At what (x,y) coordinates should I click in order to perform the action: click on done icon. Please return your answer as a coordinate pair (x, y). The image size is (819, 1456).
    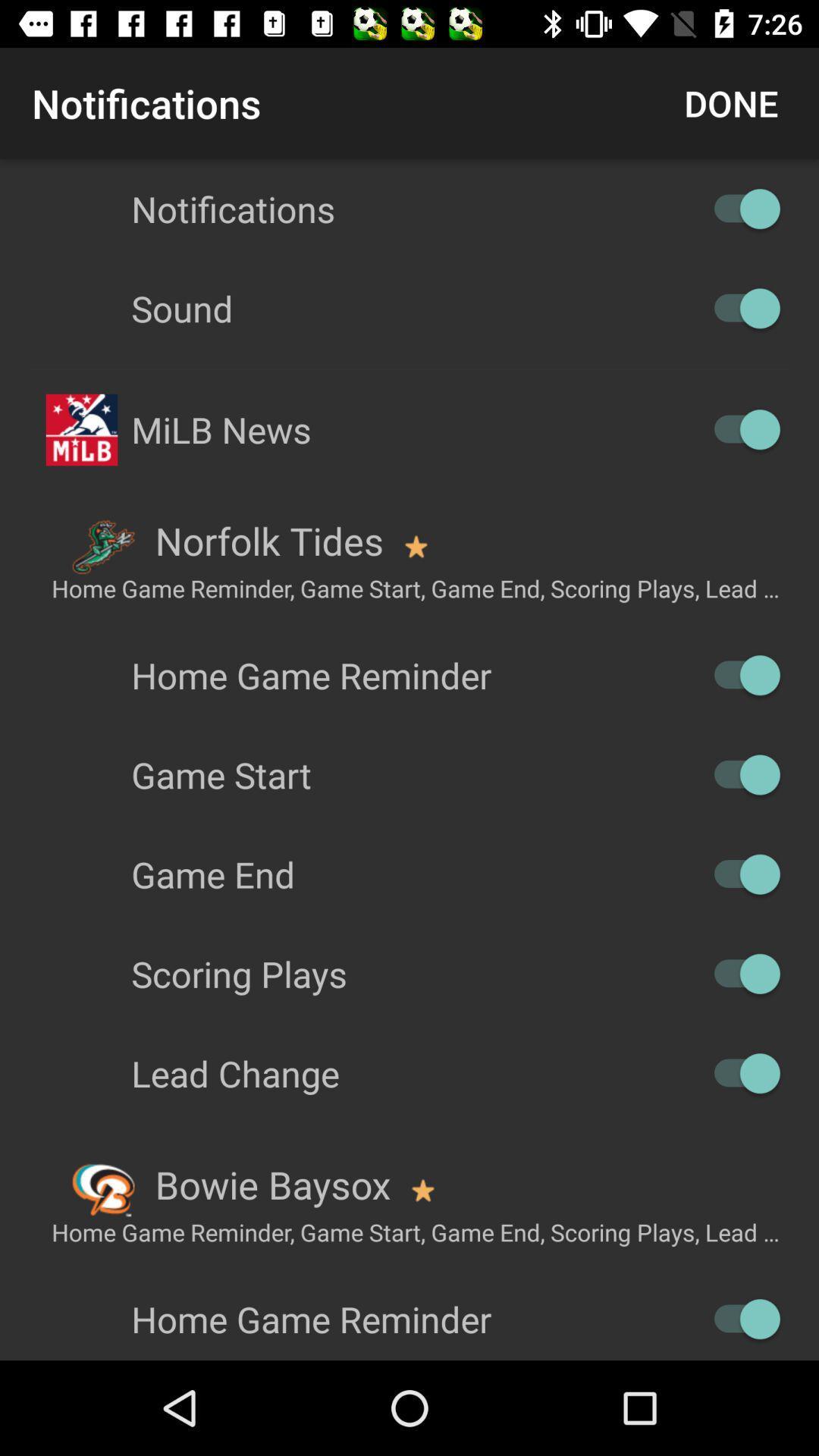
    Looking at the image, I should click on (730, 102).